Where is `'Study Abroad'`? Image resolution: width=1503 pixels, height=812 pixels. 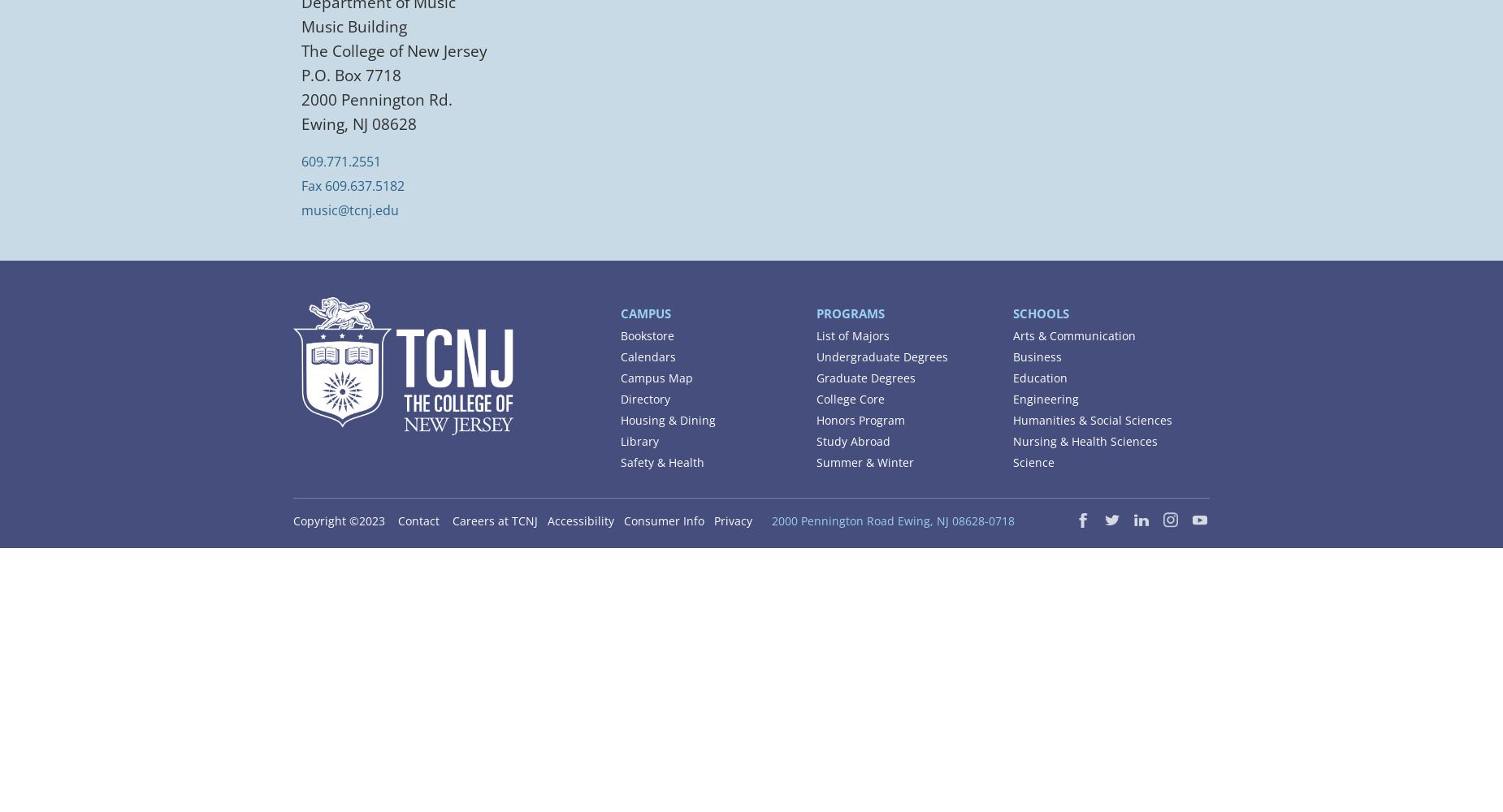
'Study Abroad' is located at coordinates (852, 440).